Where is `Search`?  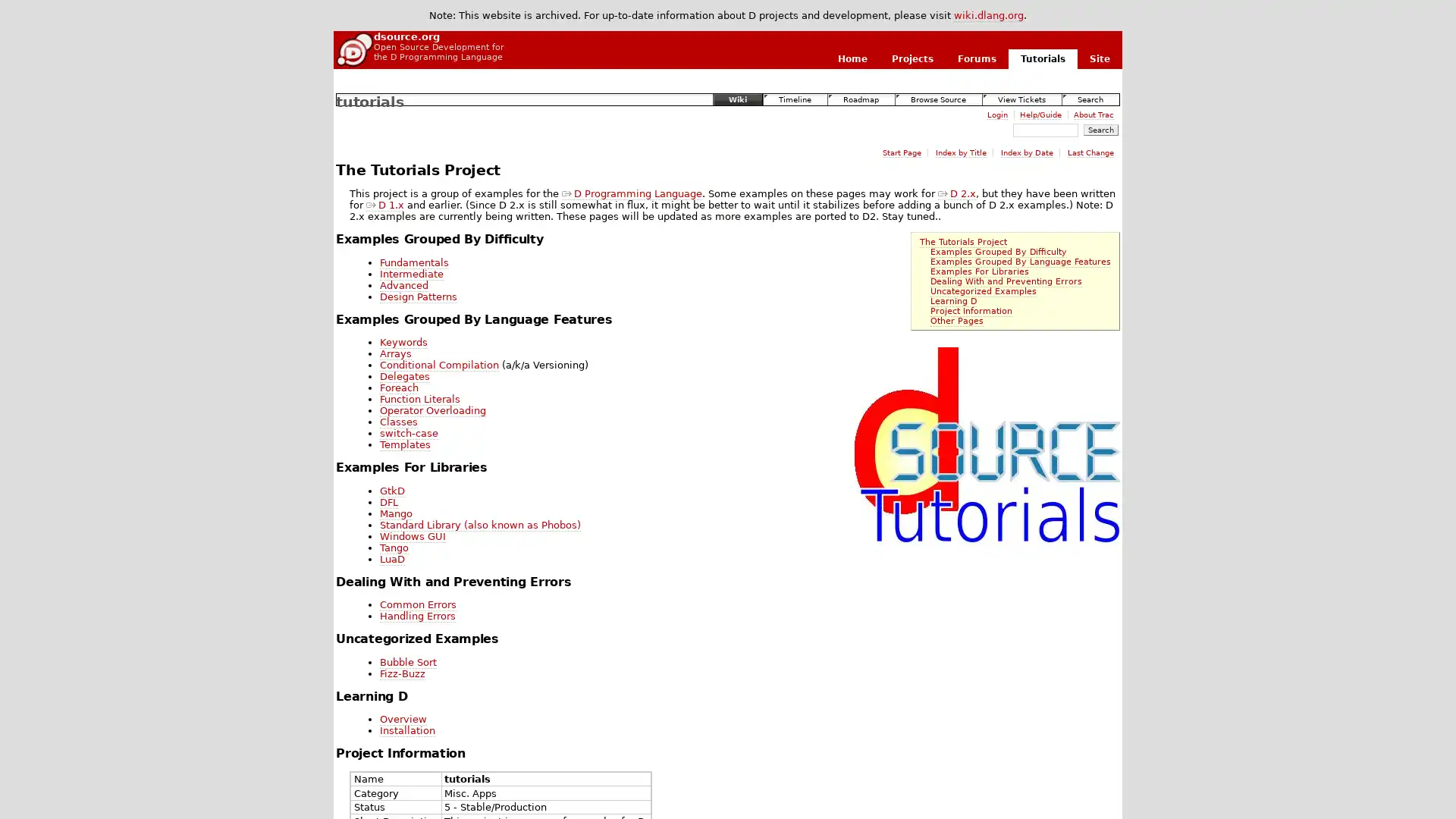 Search is located at coordinates (1100, 129).